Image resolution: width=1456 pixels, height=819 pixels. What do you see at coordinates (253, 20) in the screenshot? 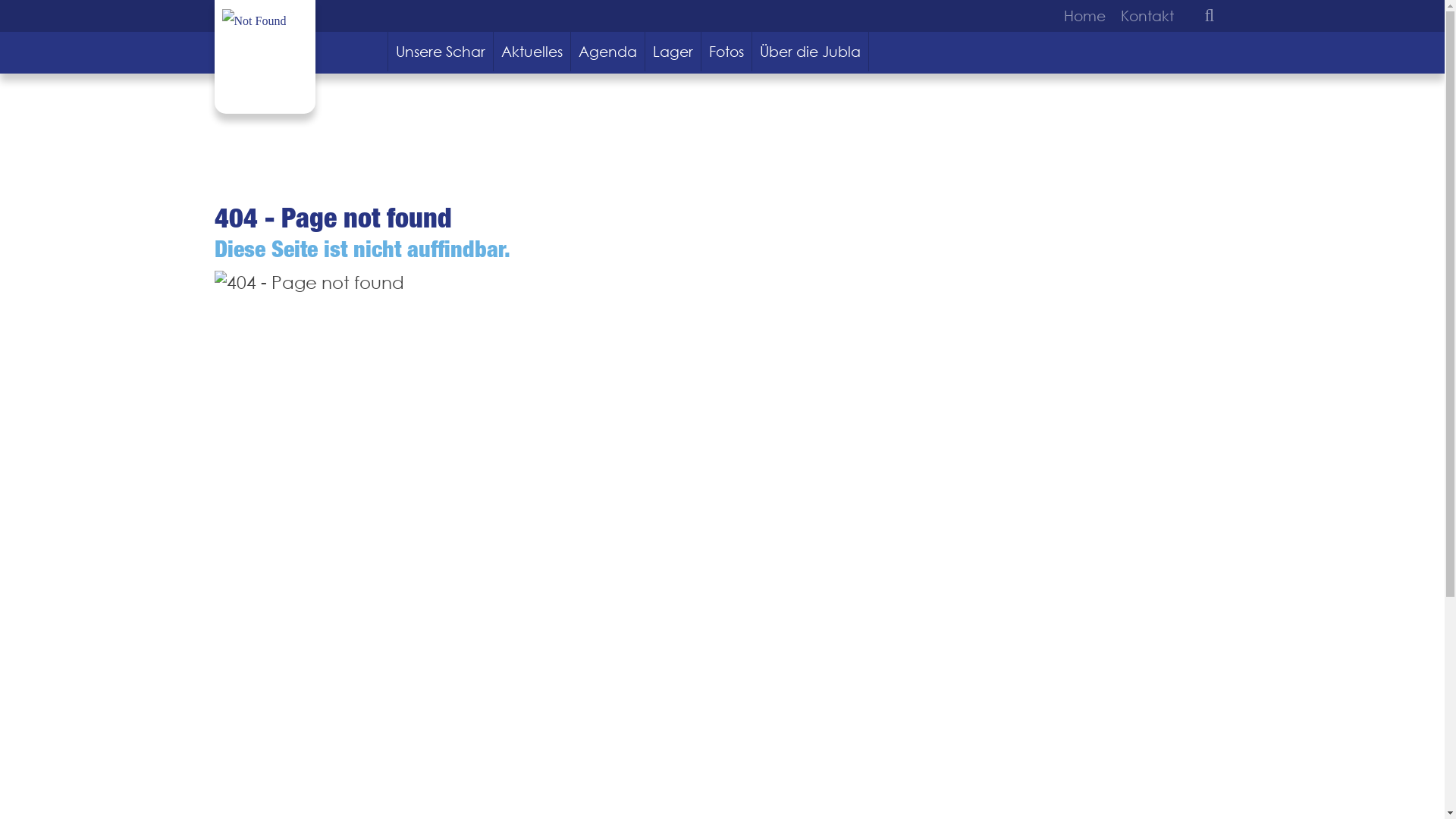
I see `'Not Found'` at bounding box center [253, 20].